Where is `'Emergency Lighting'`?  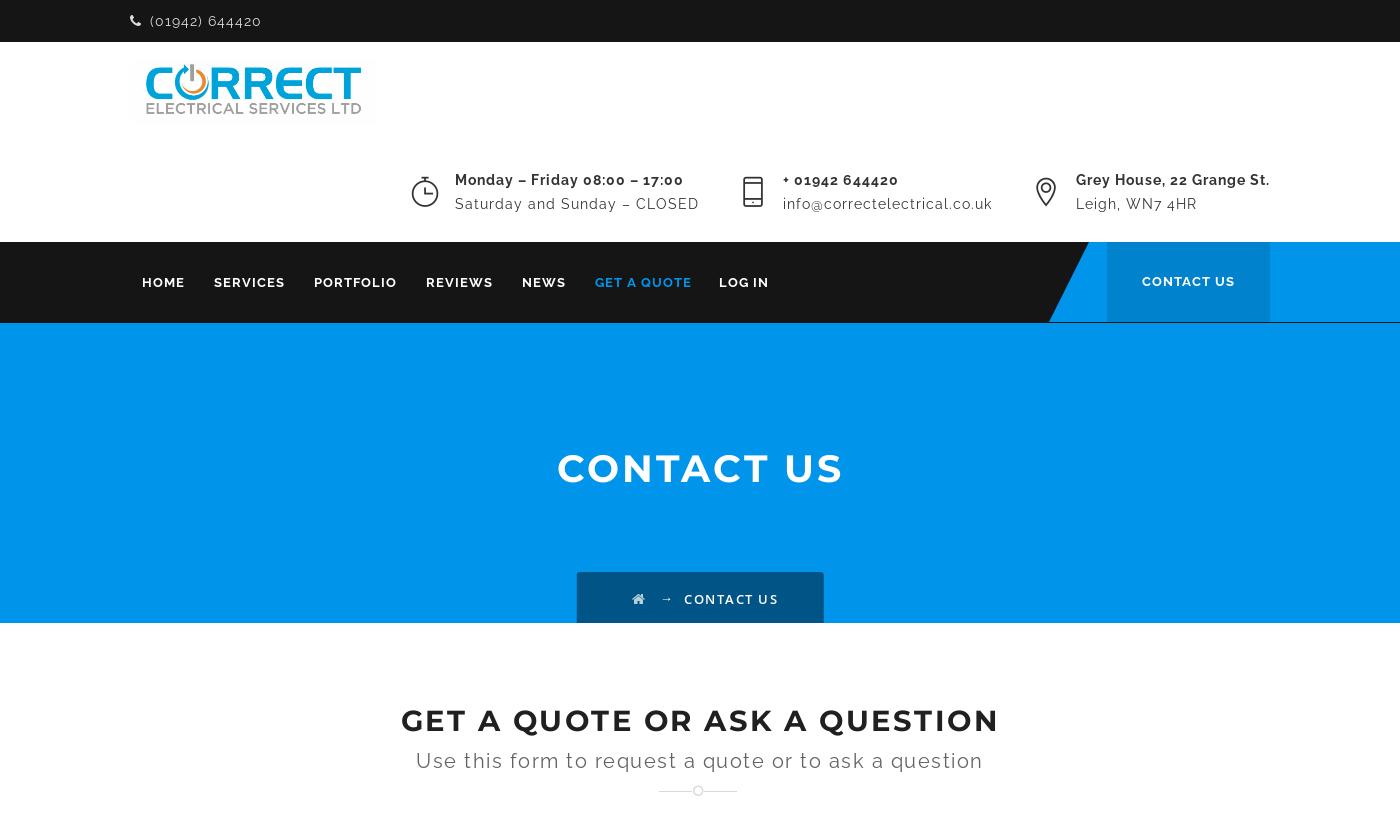 'Emergency Lighting' is located at coordinates (581, 457).